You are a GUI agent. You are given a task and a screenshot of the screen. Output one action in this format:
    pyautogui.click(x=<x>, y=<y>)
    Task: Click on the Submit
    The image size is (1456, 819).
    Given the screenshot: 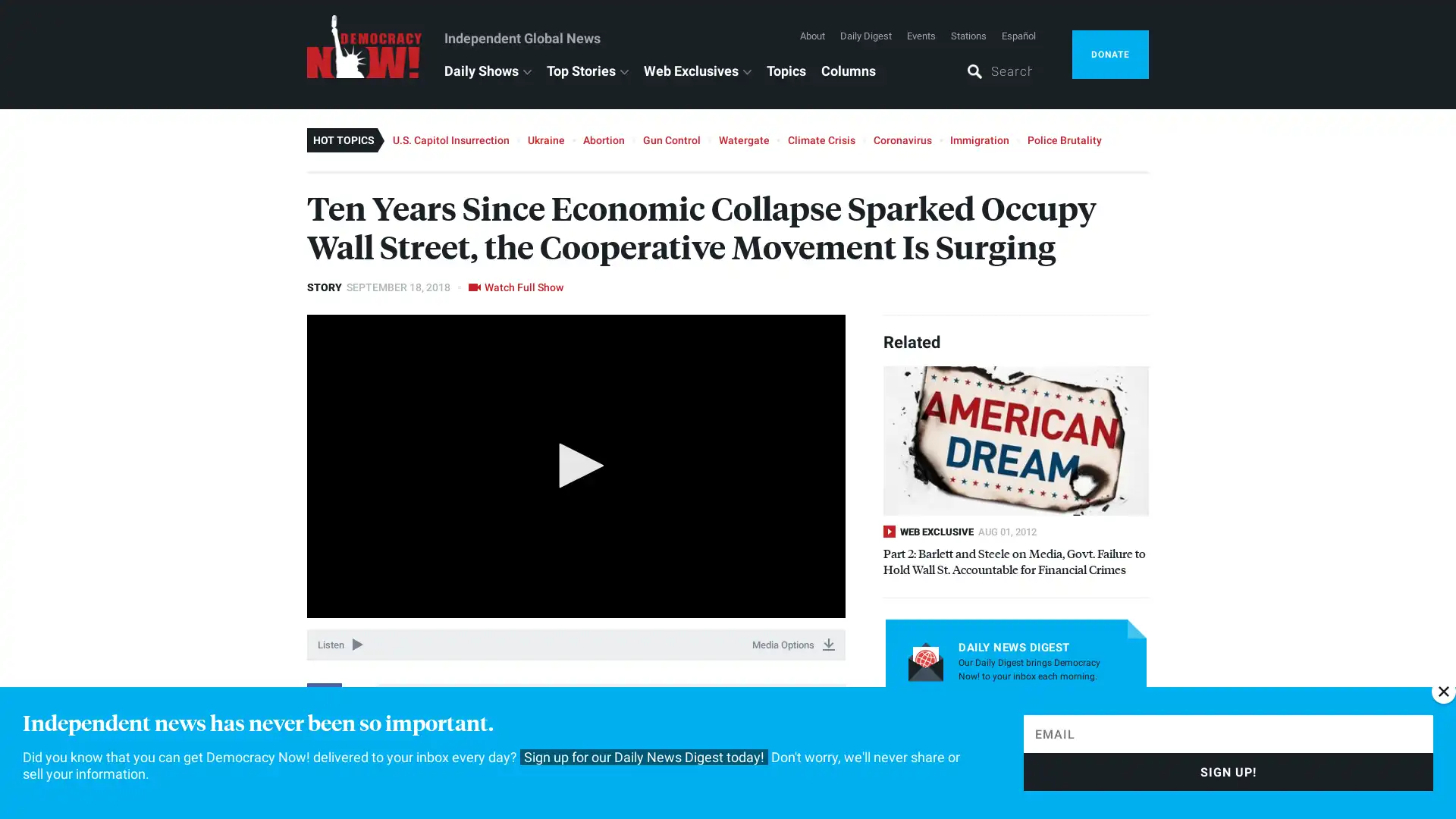 What is the action you would take?
    pyautogui.click(x=1093, y=721)
    